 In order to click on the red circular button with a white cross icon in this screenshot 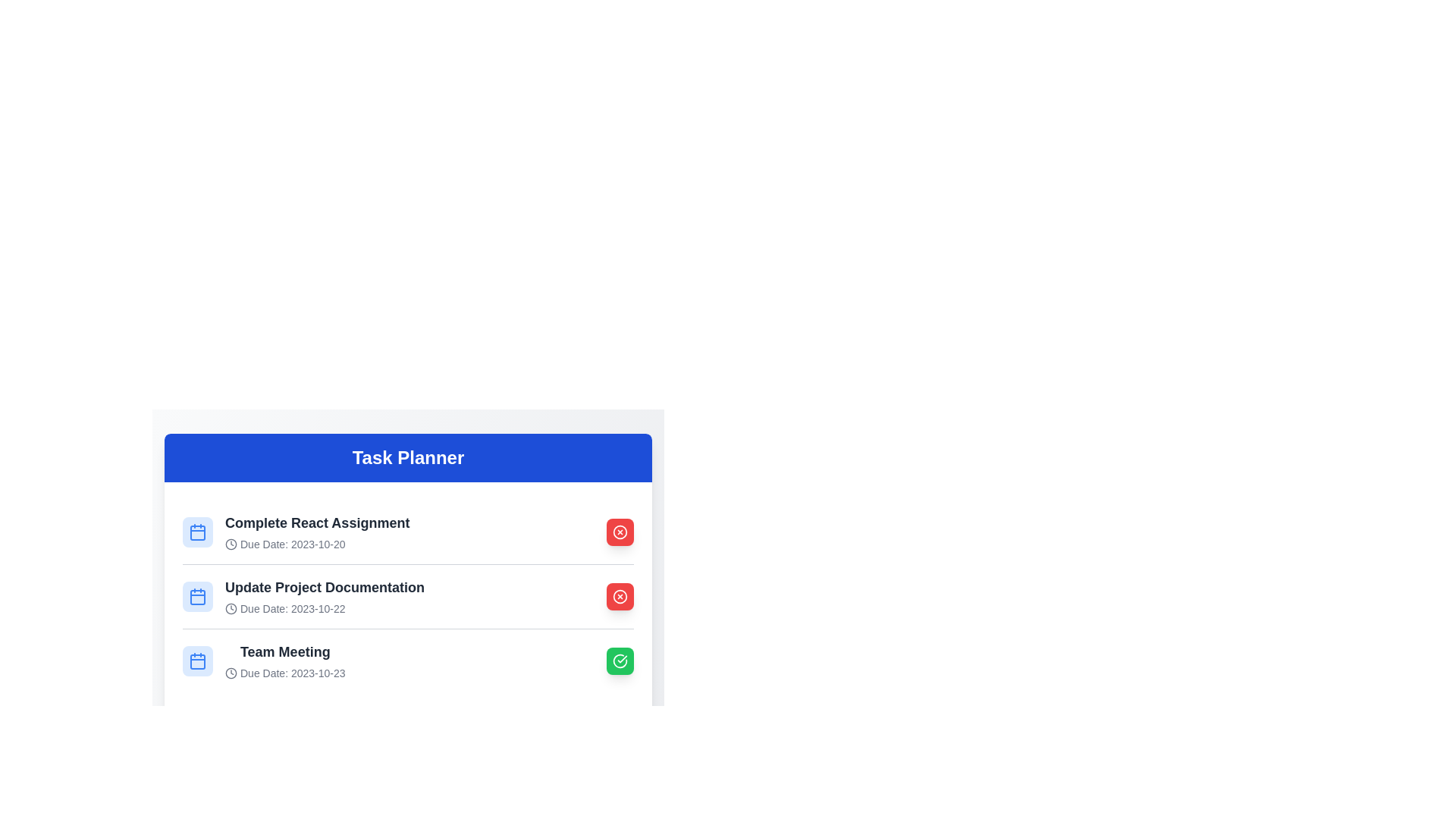, I will do `click(620, 595)`.